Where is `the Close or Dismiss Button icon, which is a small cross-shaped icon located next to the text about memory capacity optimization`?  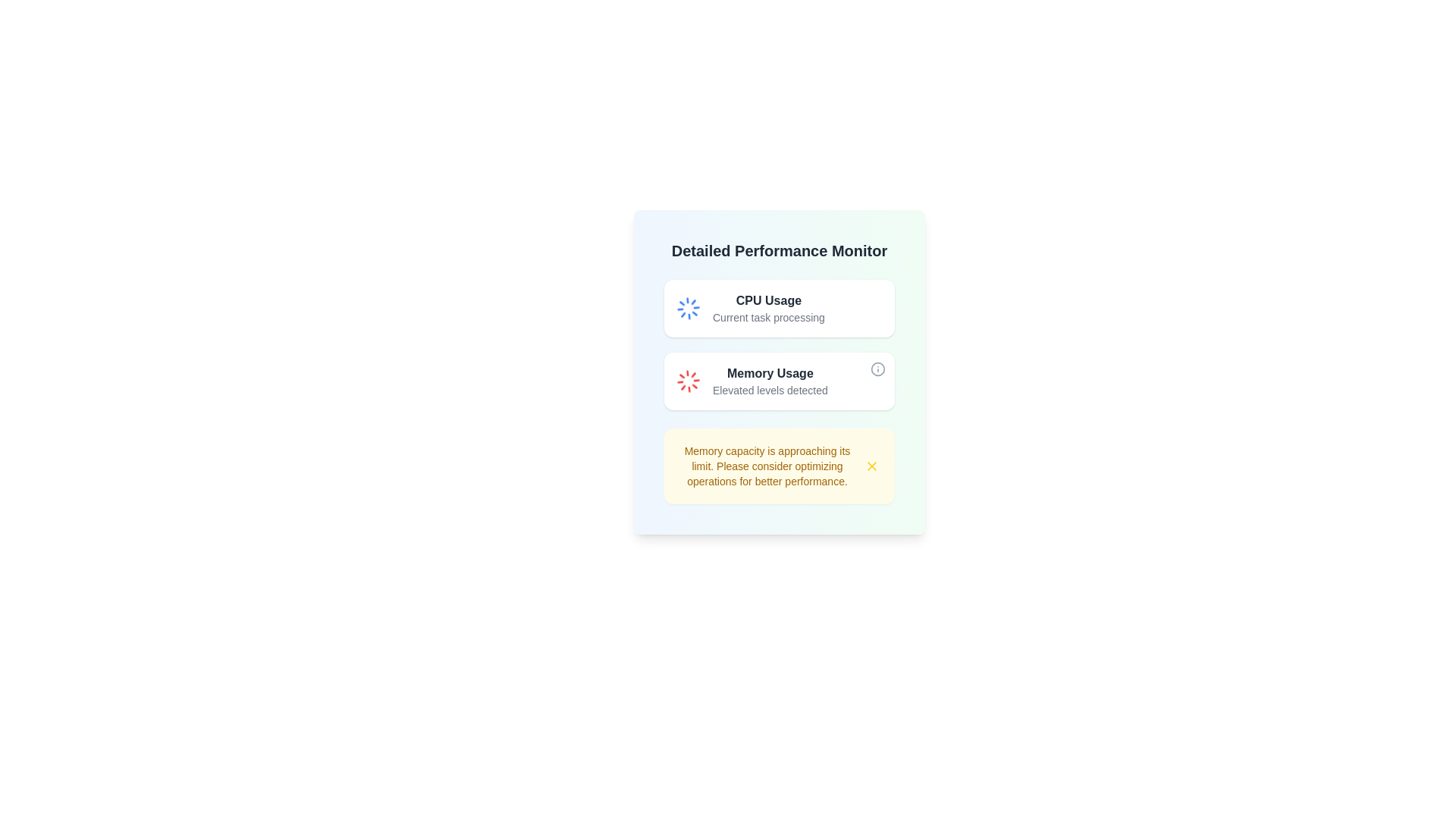
the Close or Dismiss Button icon, which is a small cross-shaped icon located next to the text about memory capacity optimization is located at coordinates (872, 465).